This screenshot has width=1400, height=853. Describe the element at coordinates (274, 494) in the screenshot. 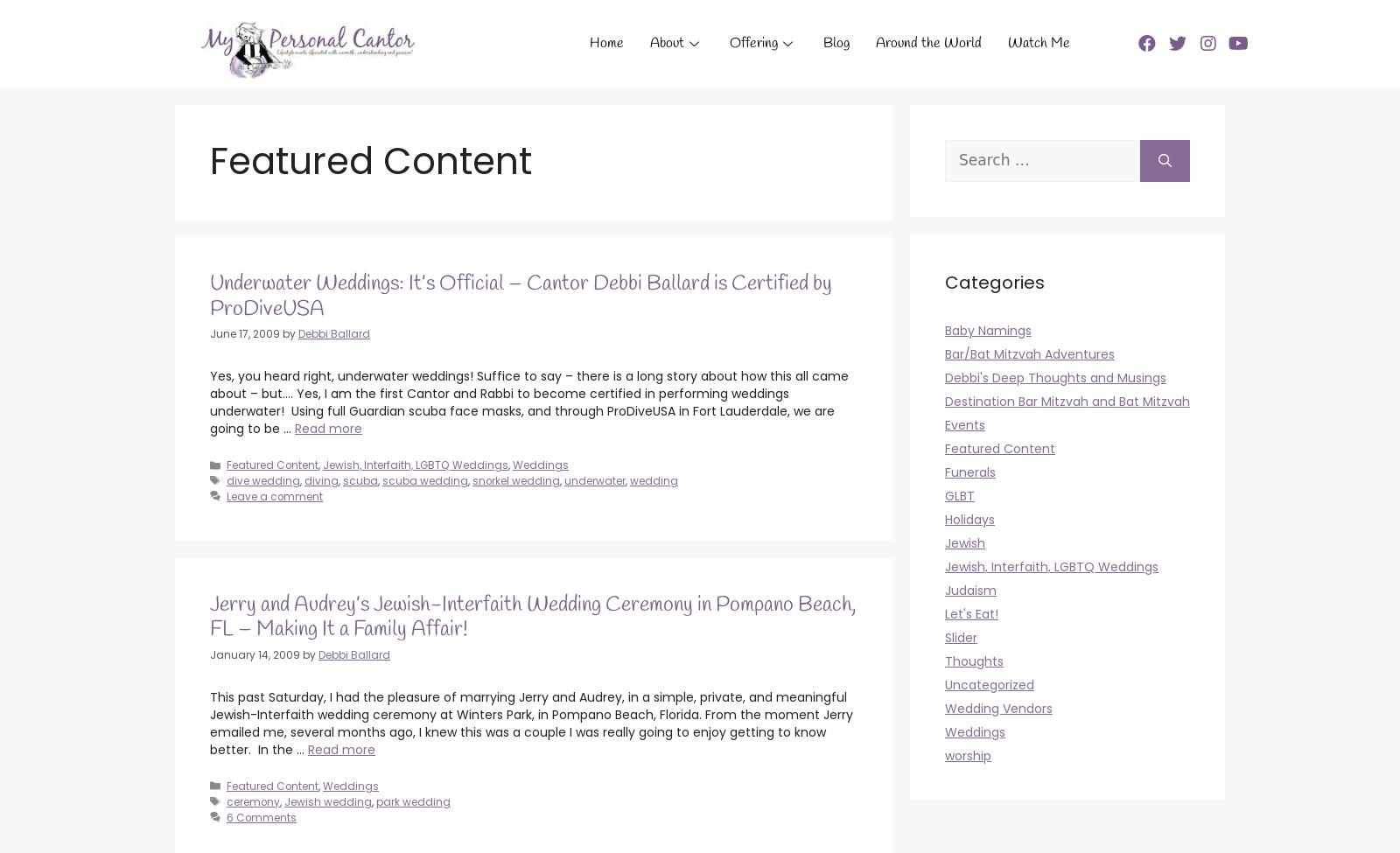

I see `'Leave a comment'` at that location.